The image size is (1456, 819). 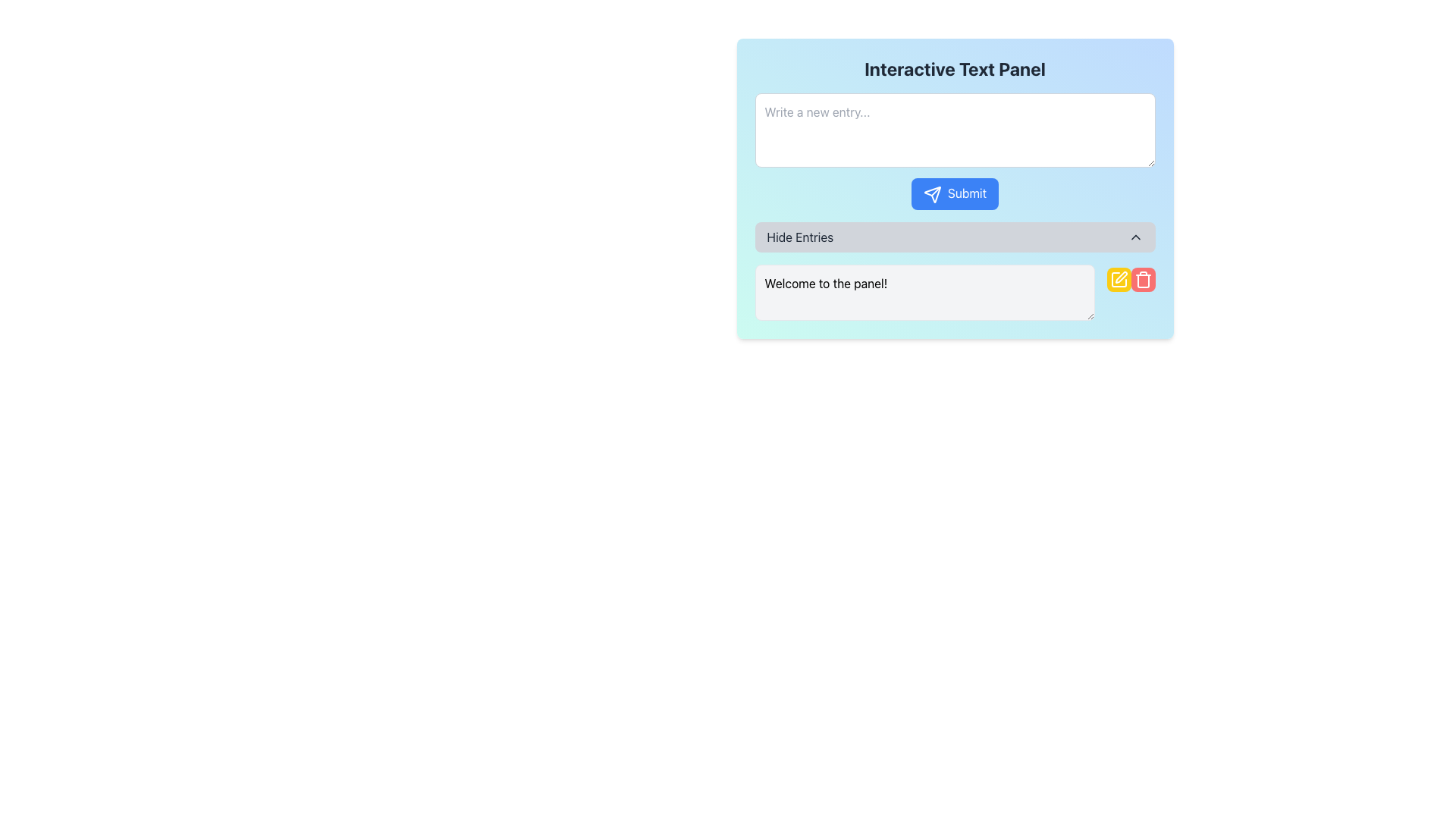 I want to click on the rounded rectangular 'Submit' button with a blue background and a white paper airplane icon, so click(x=954, y=193).